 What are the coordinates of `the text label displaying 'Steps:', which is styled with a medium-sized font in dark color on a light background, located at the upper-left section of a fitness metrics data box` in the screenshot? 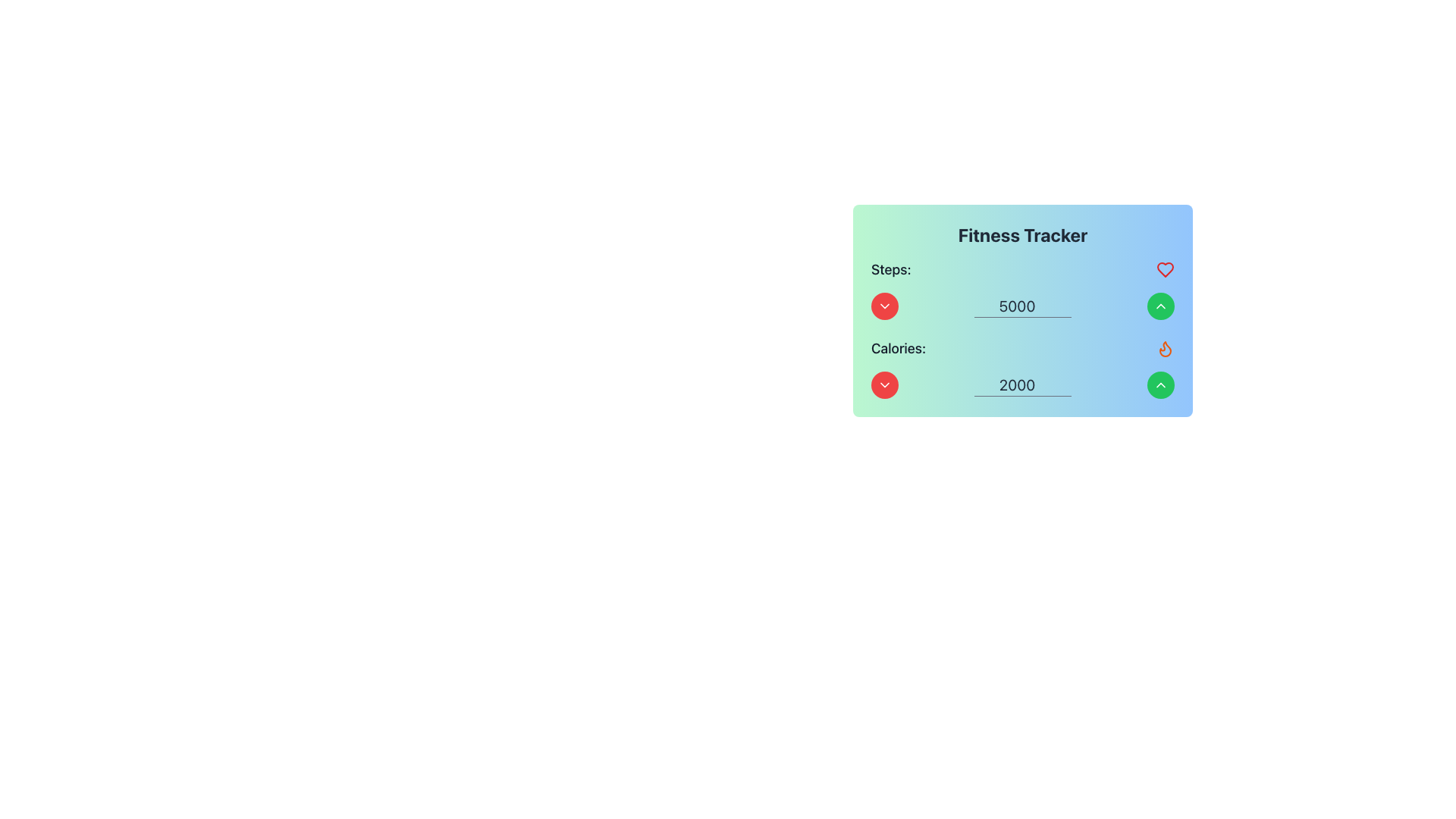 It's located at (891, 268).